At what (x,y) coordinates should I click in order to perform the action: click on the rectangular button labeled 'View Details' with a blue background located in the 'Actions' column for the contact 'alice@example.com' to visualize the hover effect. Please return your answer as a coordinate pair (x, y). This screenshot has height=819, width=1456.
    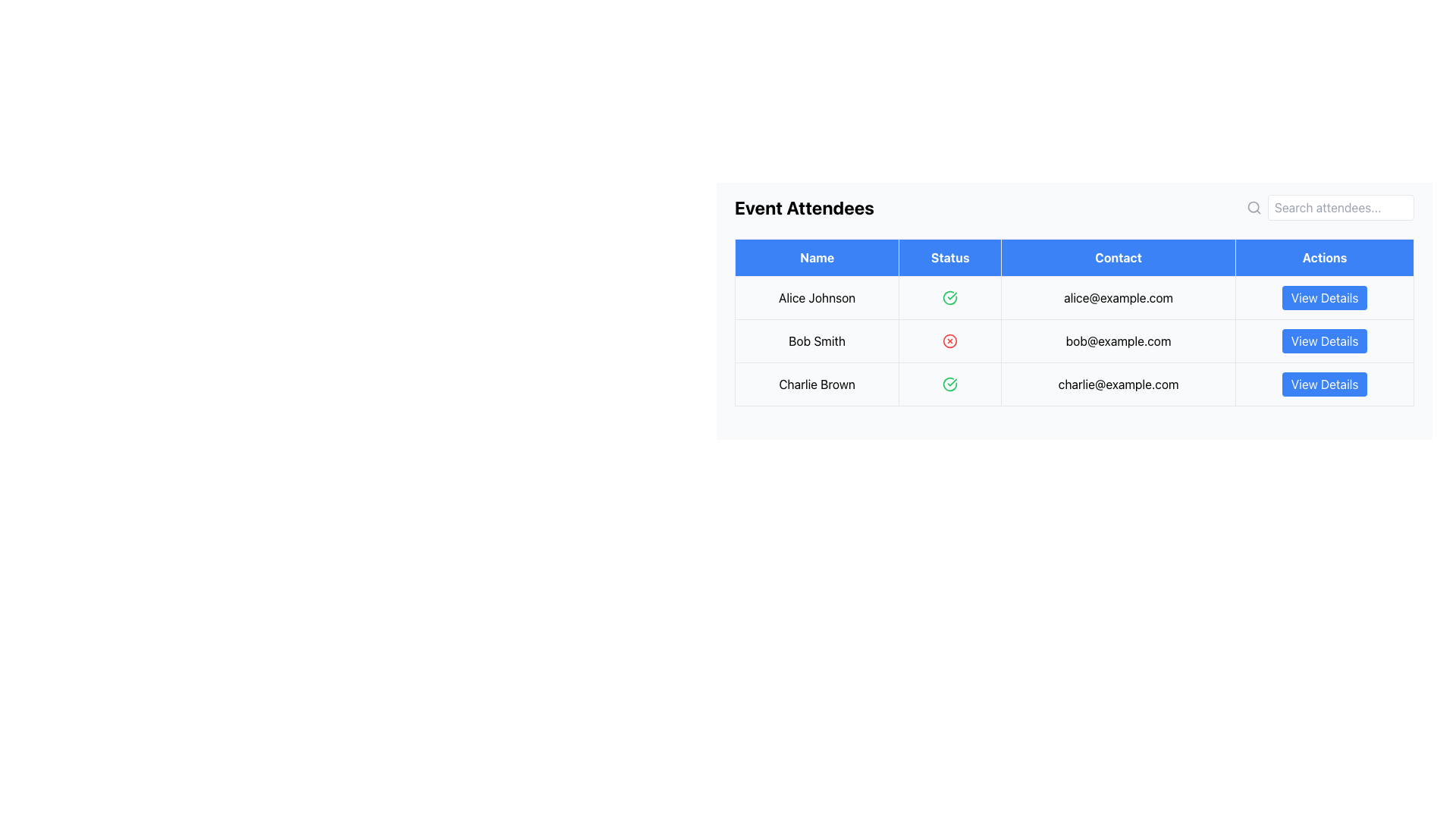
    Looking at the image, I should click on (1324, 298).